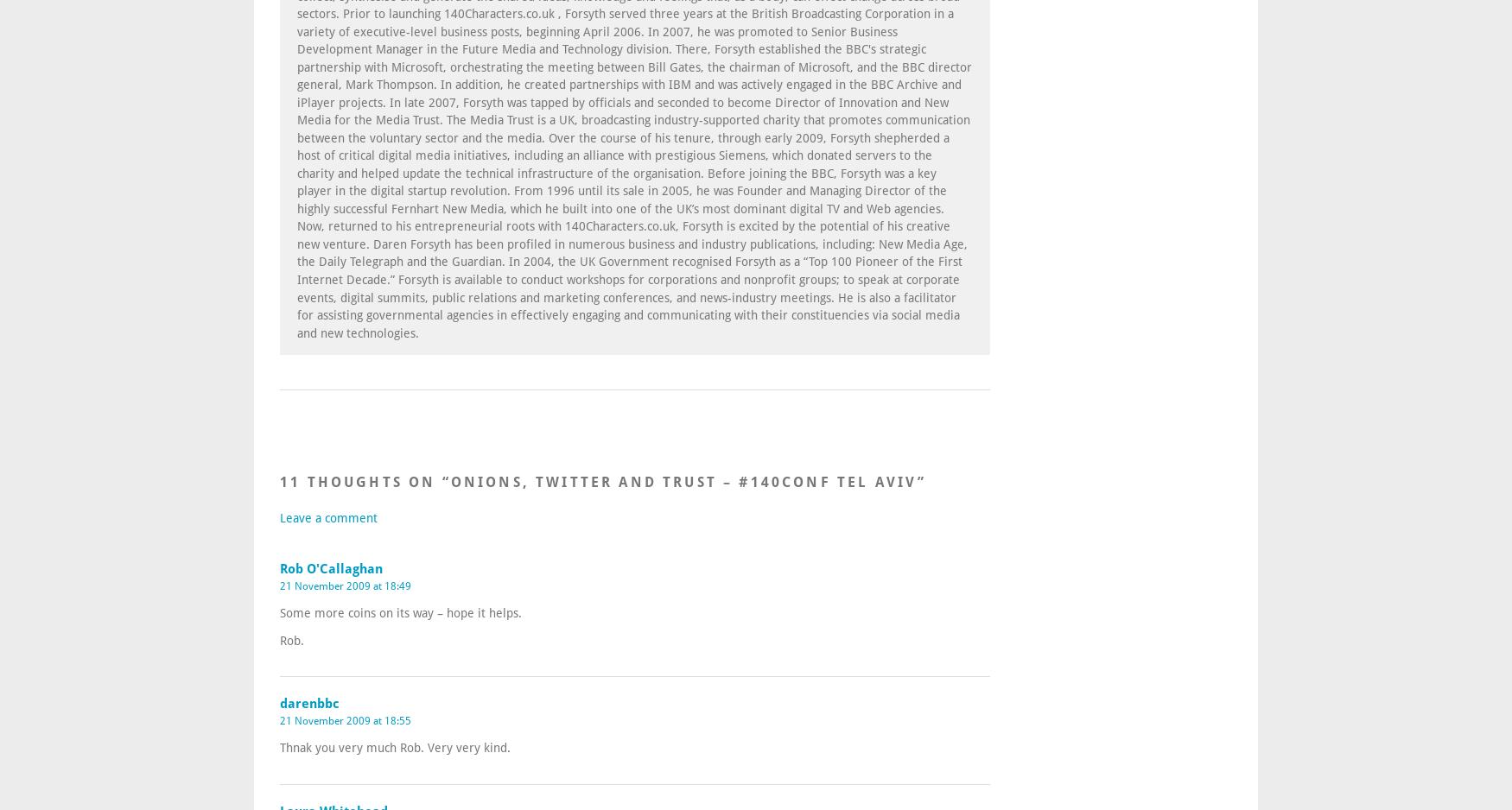 This screenshot has height=810, width=1512. What do you see at coordinates (279, 611) in the screenshot?
I see `'Some more coins on its way – hope it helps.'` at bounding box center [279, 611].